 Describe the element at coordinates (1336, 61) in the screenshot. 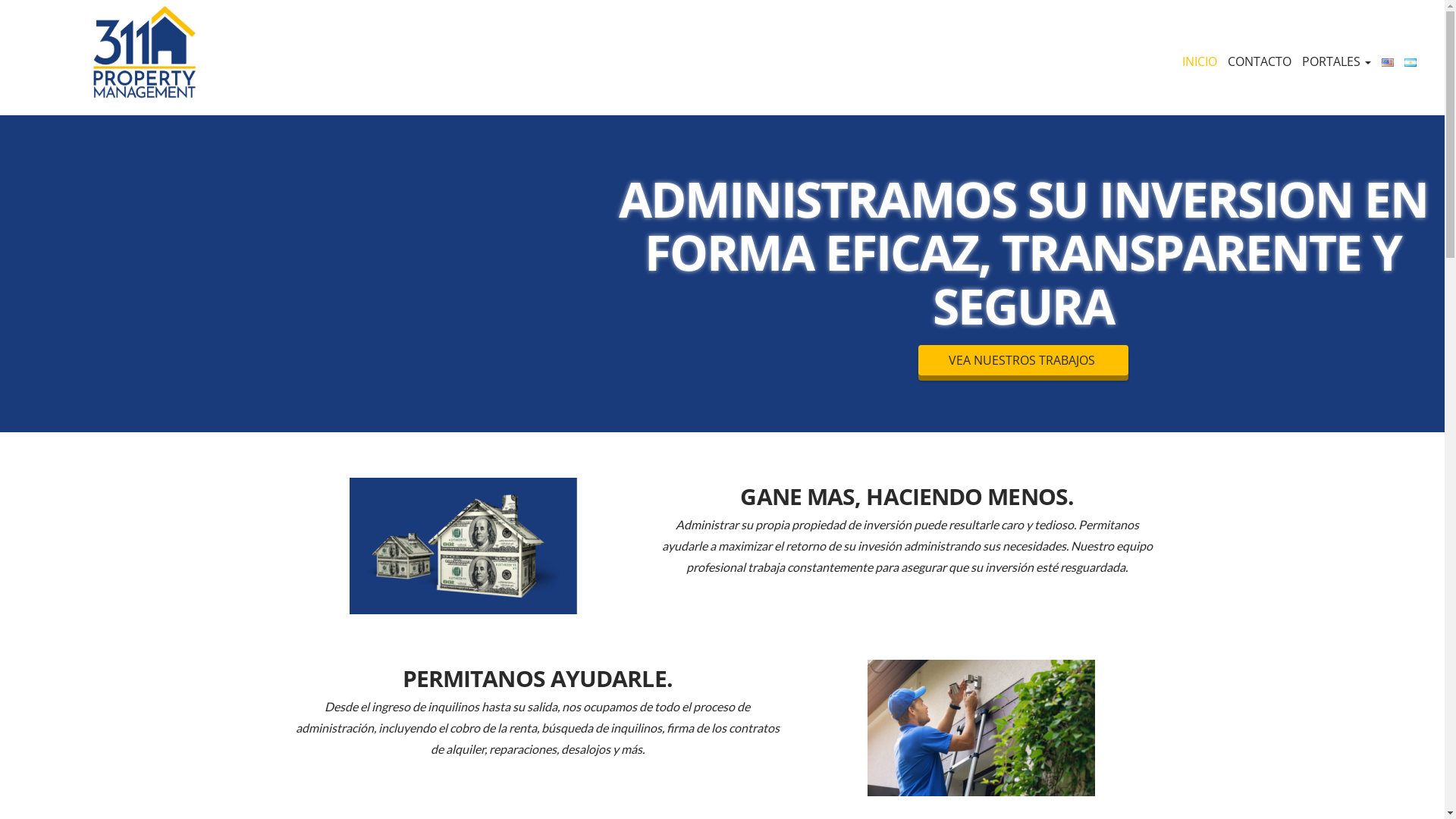

I see `'PORTALES'` at that location.